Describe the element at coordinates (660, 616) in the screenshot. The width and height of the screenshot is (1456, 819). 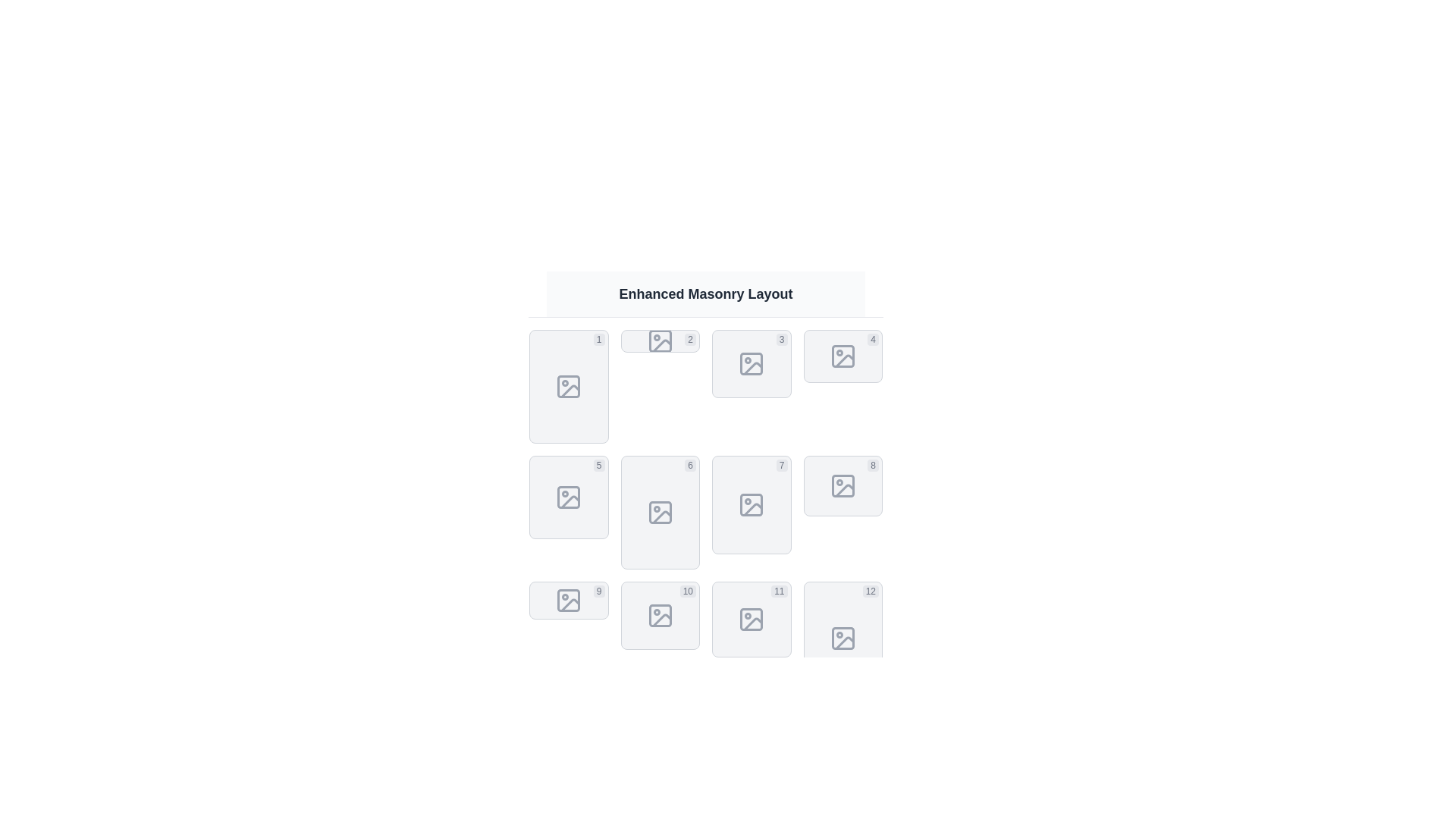
I see `the central rectangular part of the icon, which symbolizes a placeholder image, located in the tenth entry of a grid layout` at that location.